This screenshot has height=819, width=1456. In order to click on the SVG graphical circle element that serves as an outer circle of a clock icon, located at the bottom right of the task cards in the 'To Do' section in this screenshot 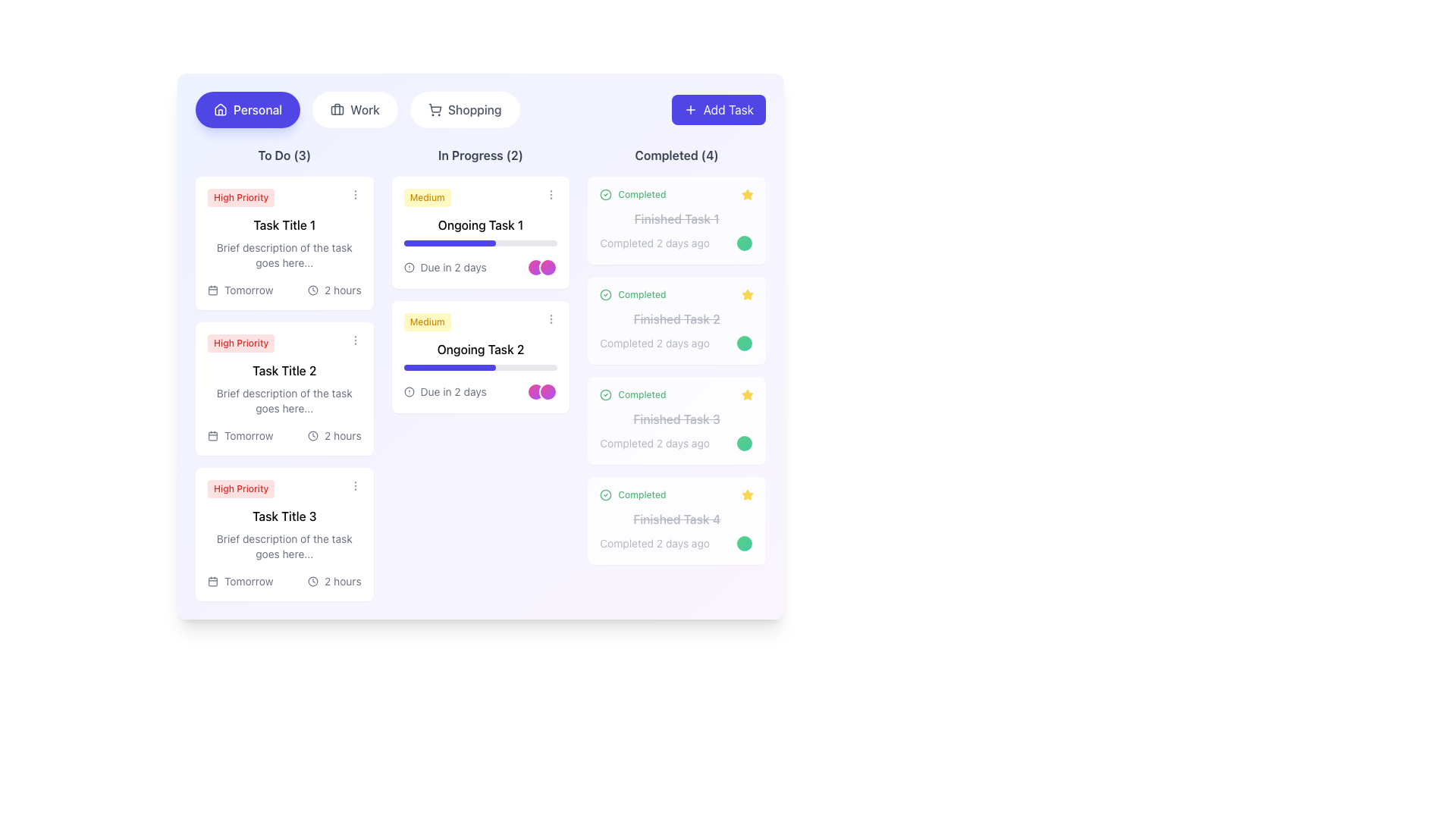, I will do `click(312, 581)`.